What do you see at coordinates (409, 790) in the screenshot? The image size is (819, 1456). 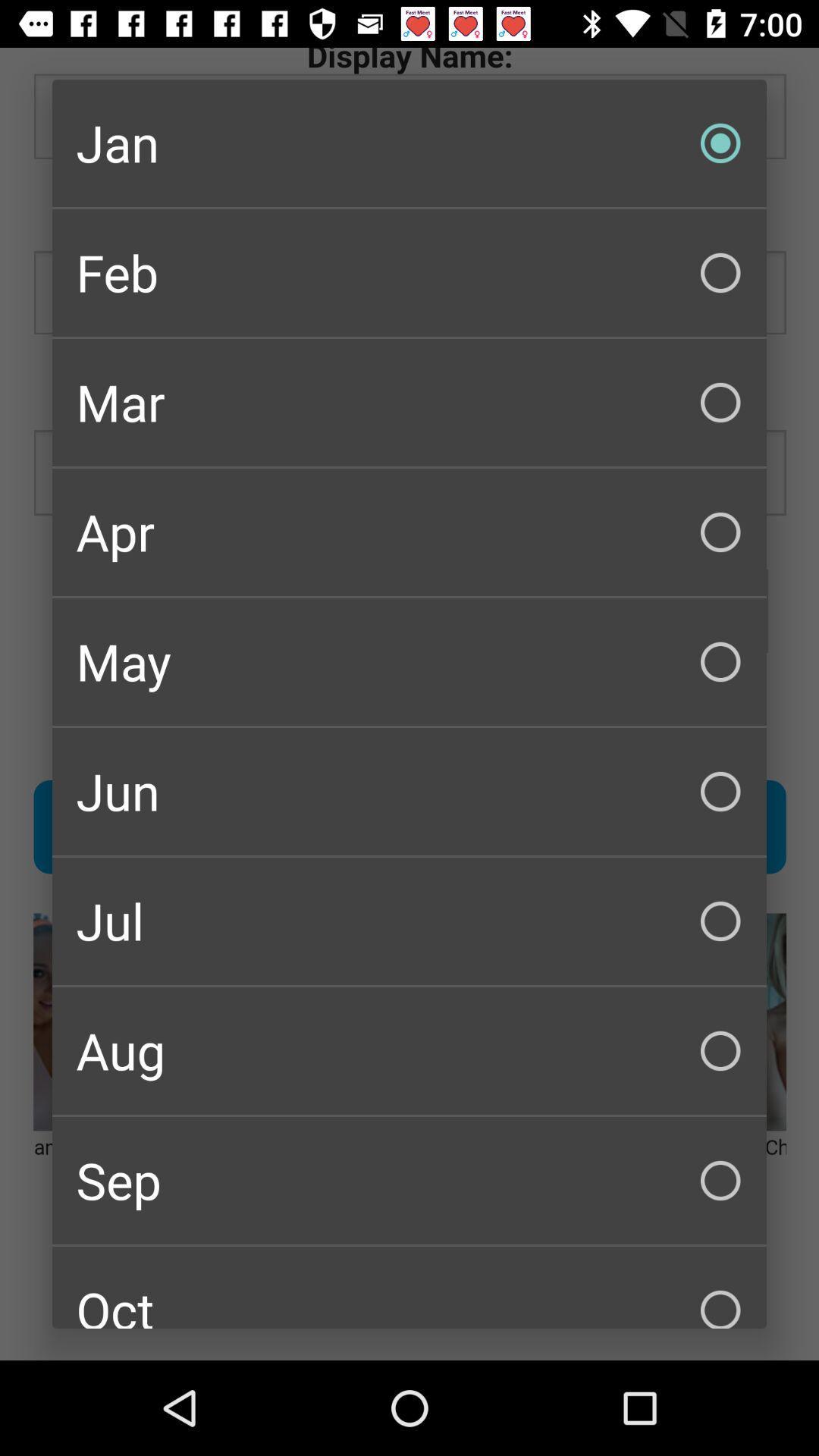 I see `jun` at bounding box center [409, 790].